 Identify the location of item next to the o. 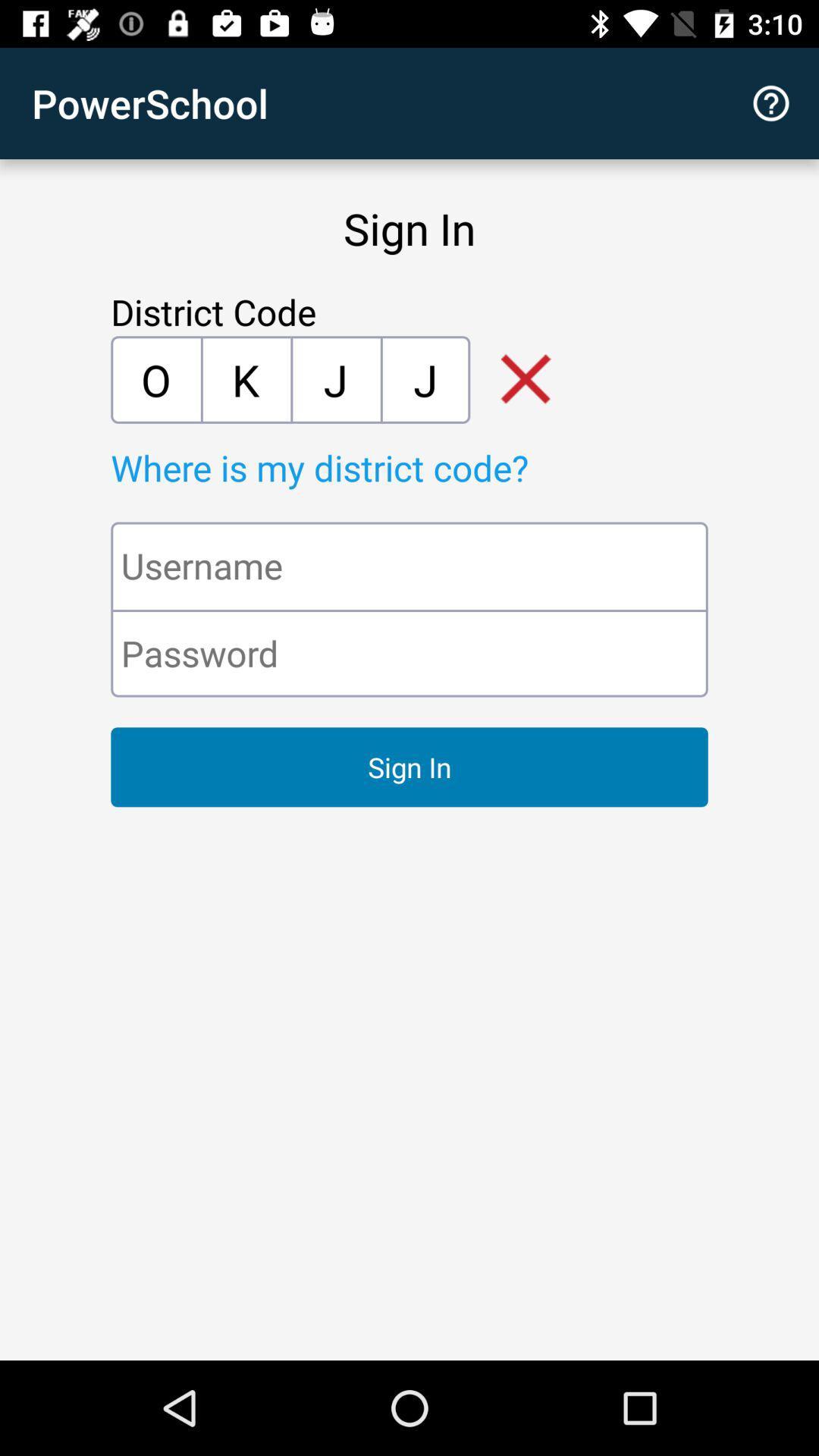
(245, 379).